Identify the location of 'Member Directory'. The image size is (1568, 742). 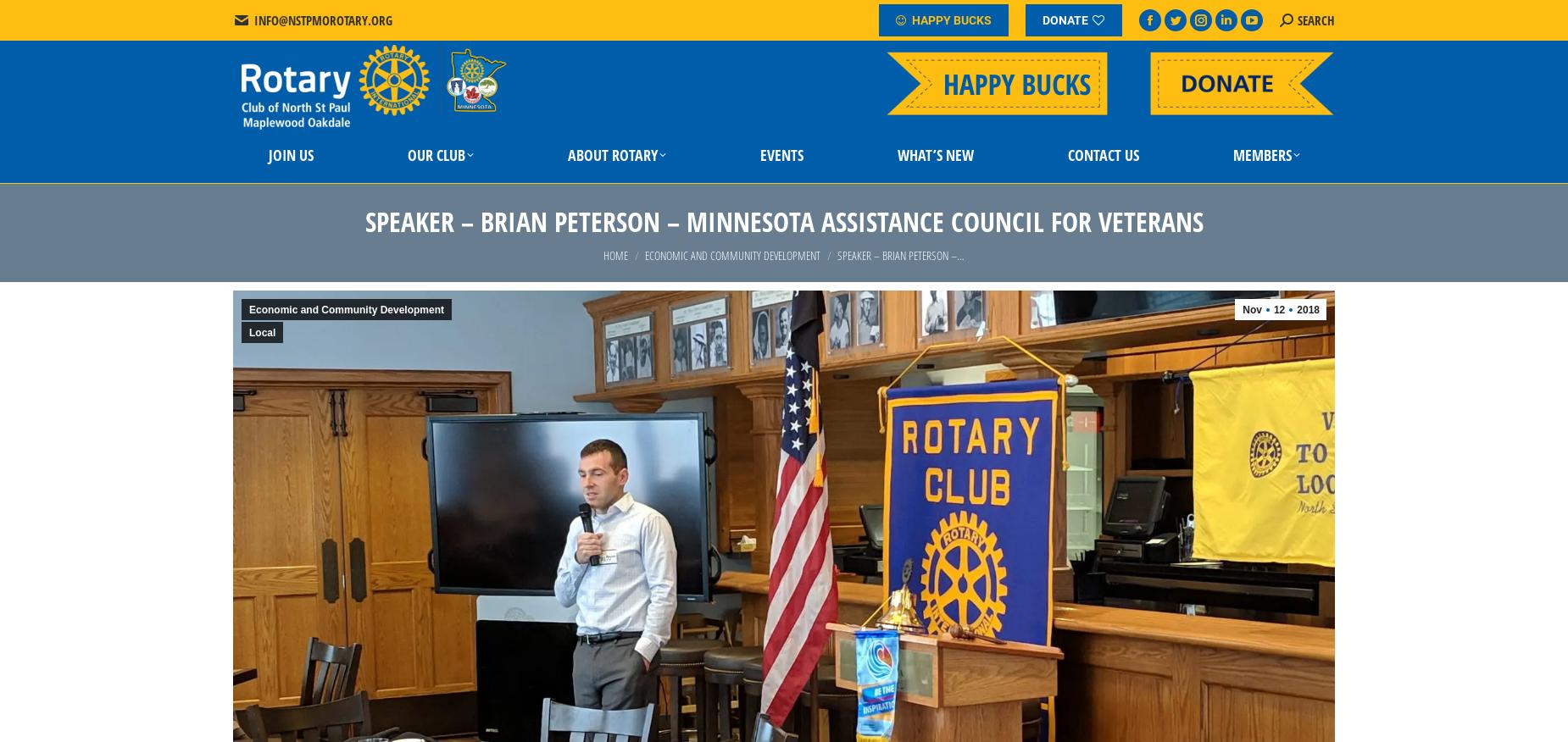
(1202, 208).